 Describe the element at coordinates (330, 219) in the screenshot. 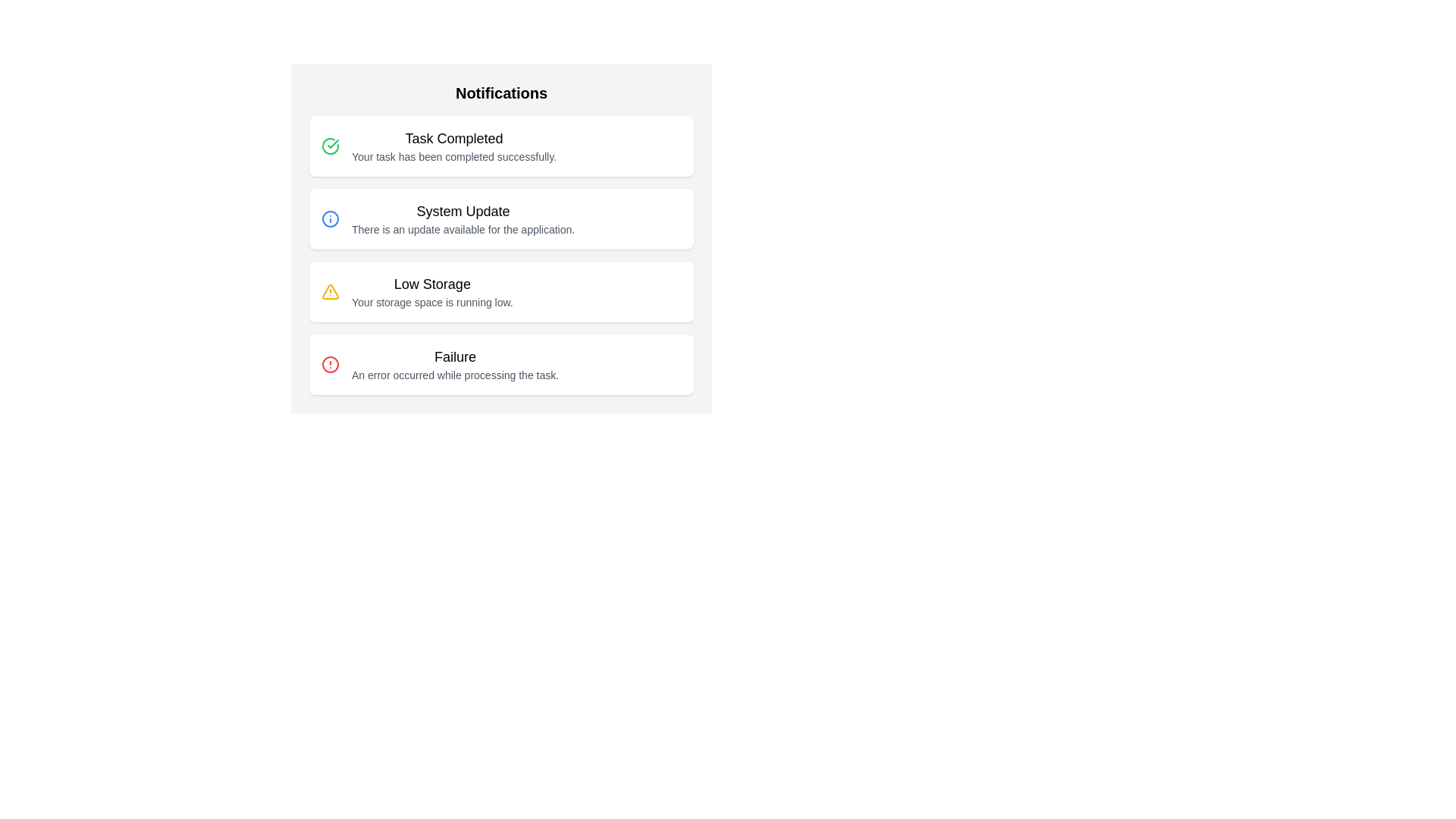

I see `the Icon that visually conveys information in the 'System Update' notification box, located on the left side of the box, preceding the title and description text` at that location.